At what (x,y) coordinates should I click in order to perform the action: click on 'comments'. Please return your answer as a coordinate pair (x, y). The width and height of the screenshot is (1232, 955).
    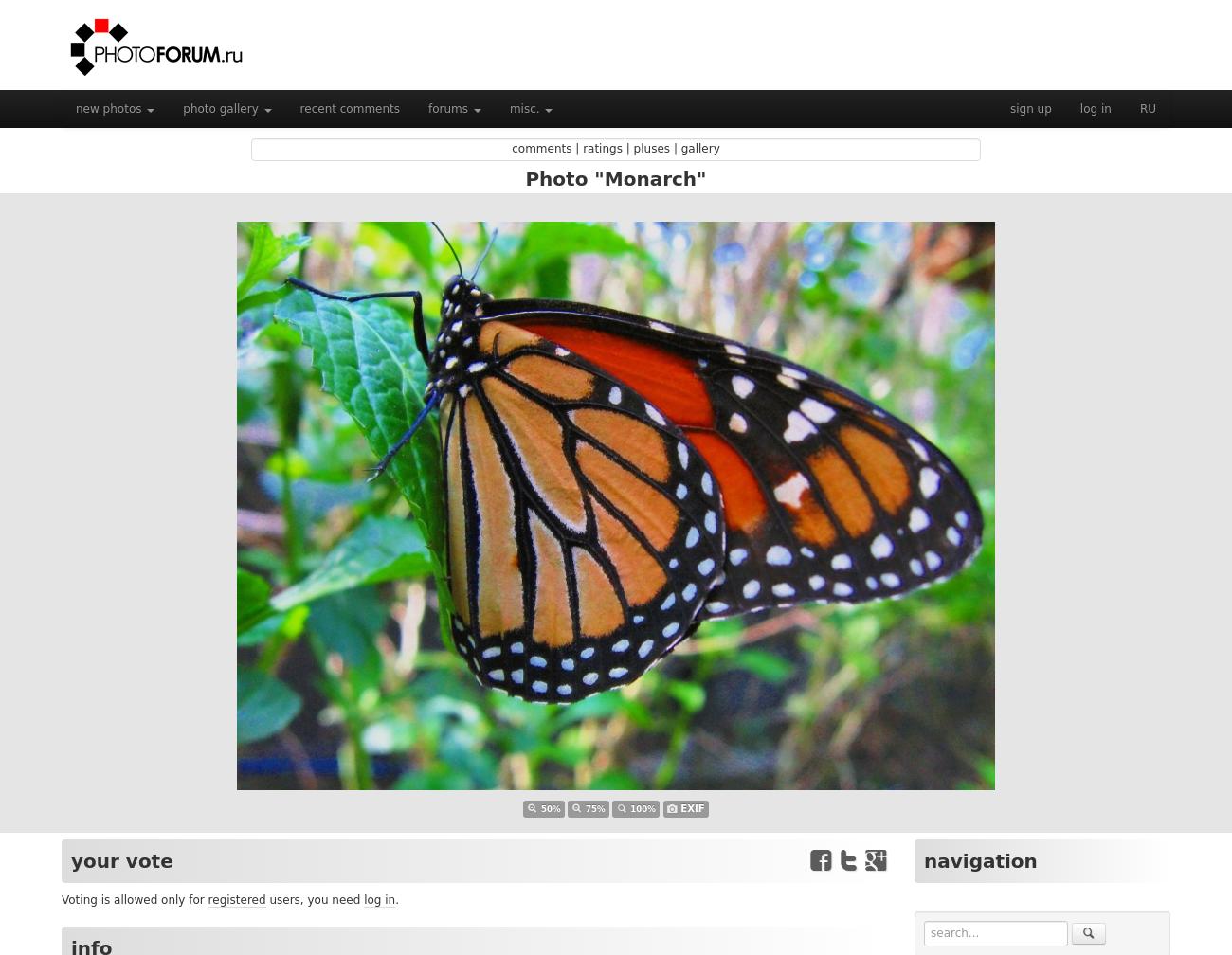
    Looking at the image, I should click on (540, 149).